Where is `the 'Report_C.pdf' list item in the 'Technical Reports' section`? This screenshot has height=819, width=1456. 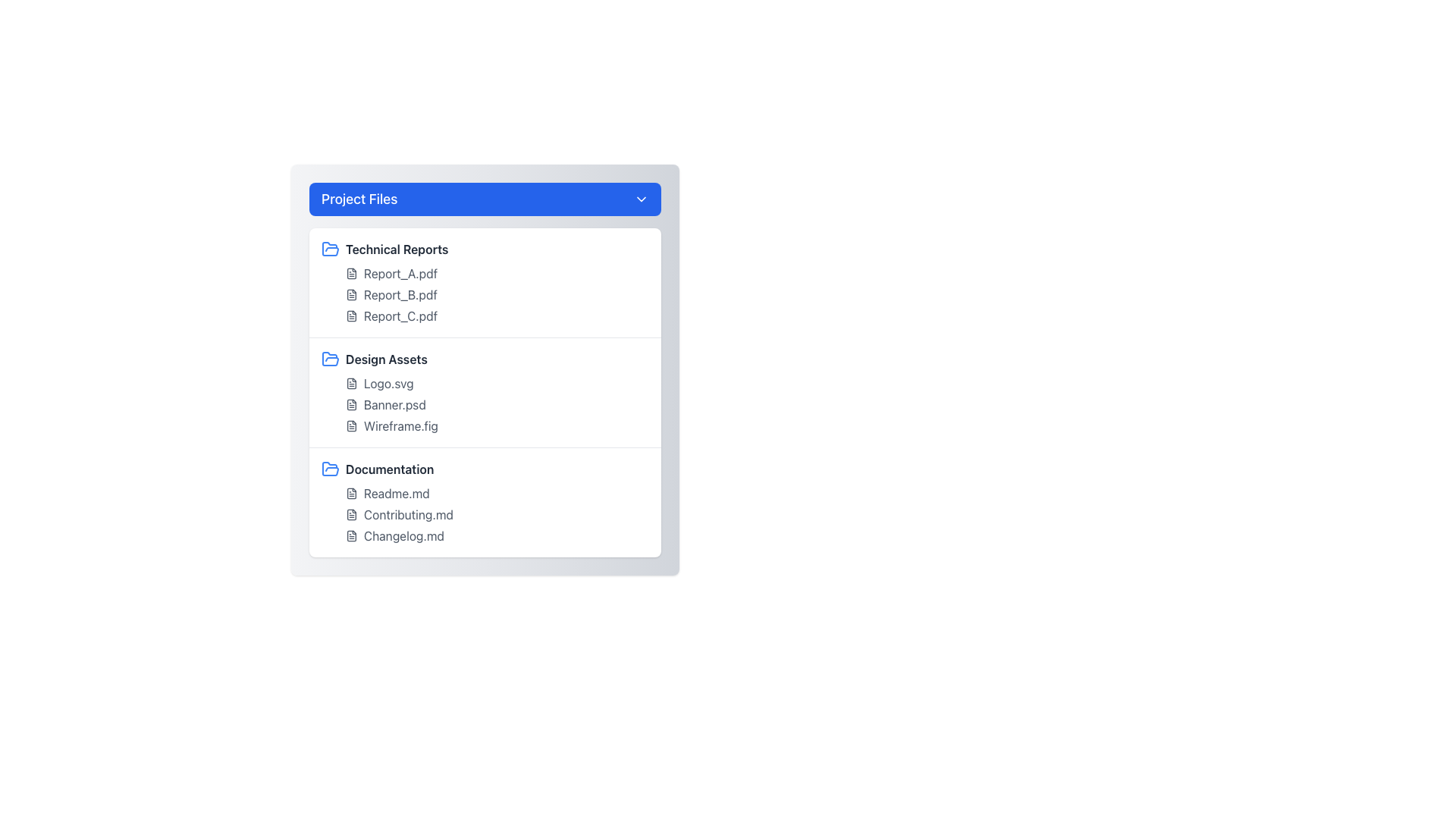
the 'Report_C.pdf' list item in the 'Technical Reports' section is located at coordinates (497, 315).